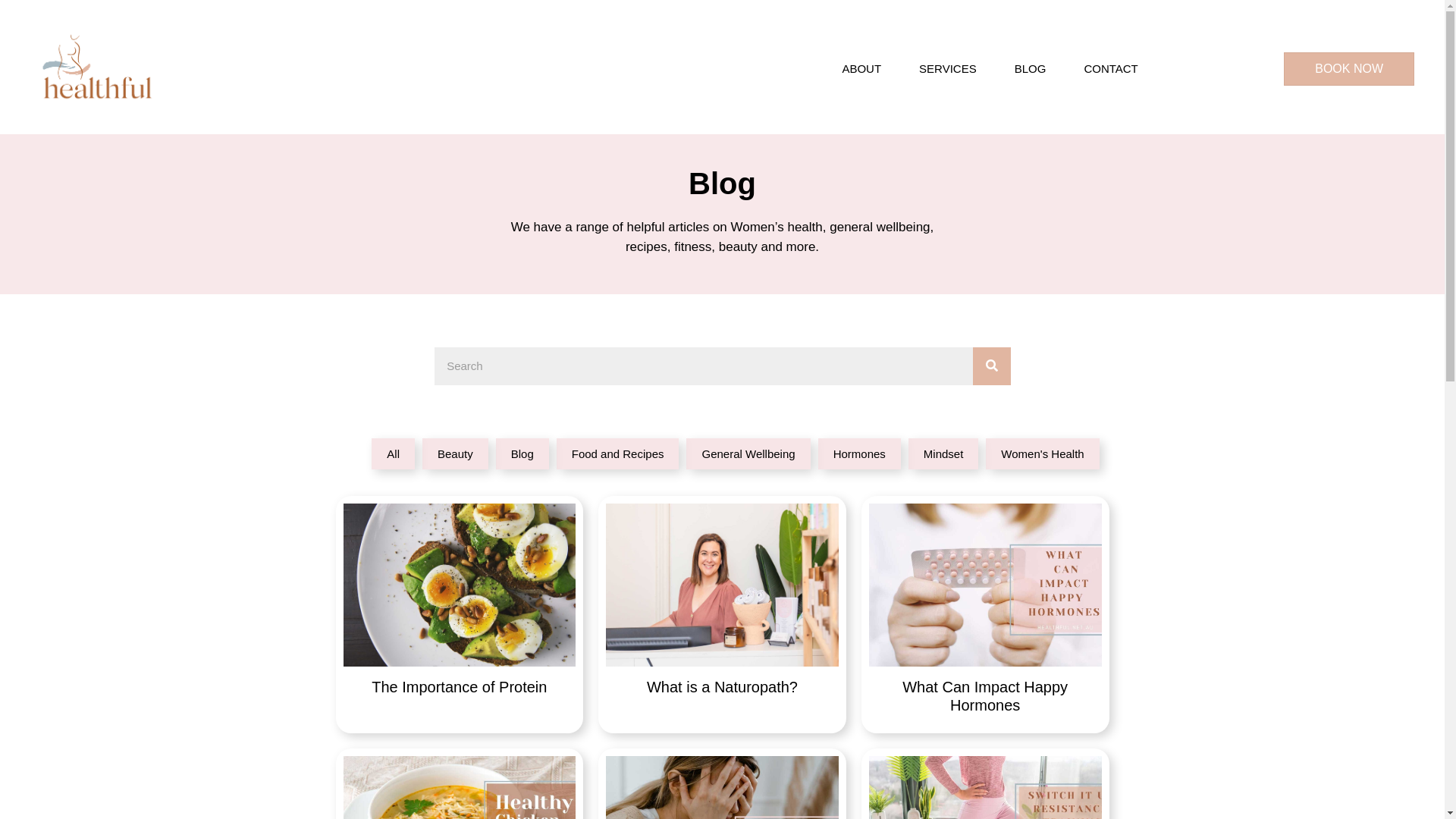  What do you see at coordinates (96, 69) in the screenshot?
I see `'healthful-wellness-logo-main'` at bounding box center [96, 69].